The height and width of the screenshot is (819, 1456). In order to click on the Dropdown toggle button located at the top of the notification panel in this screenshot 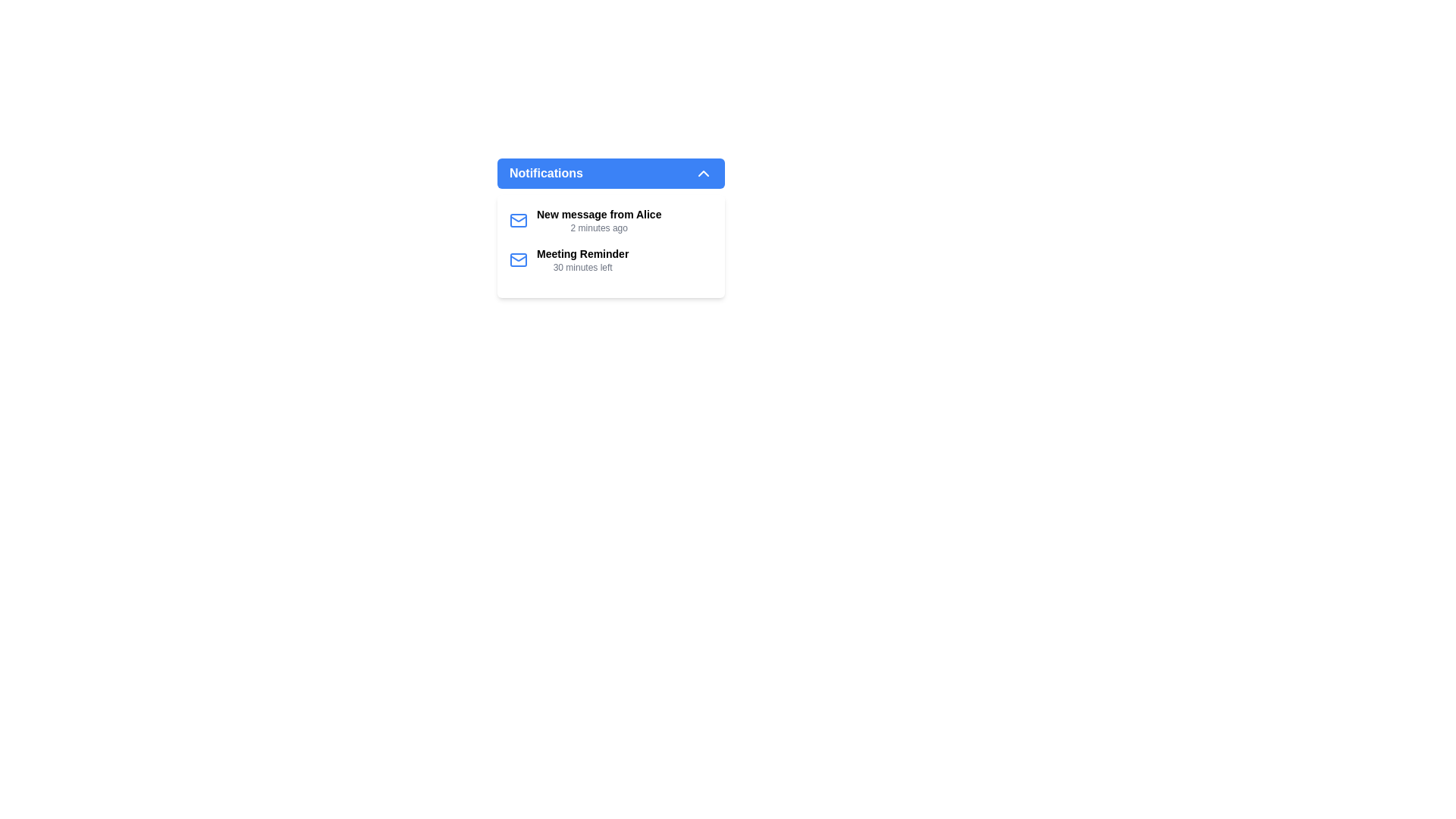, I will do `click(611, 172)`.